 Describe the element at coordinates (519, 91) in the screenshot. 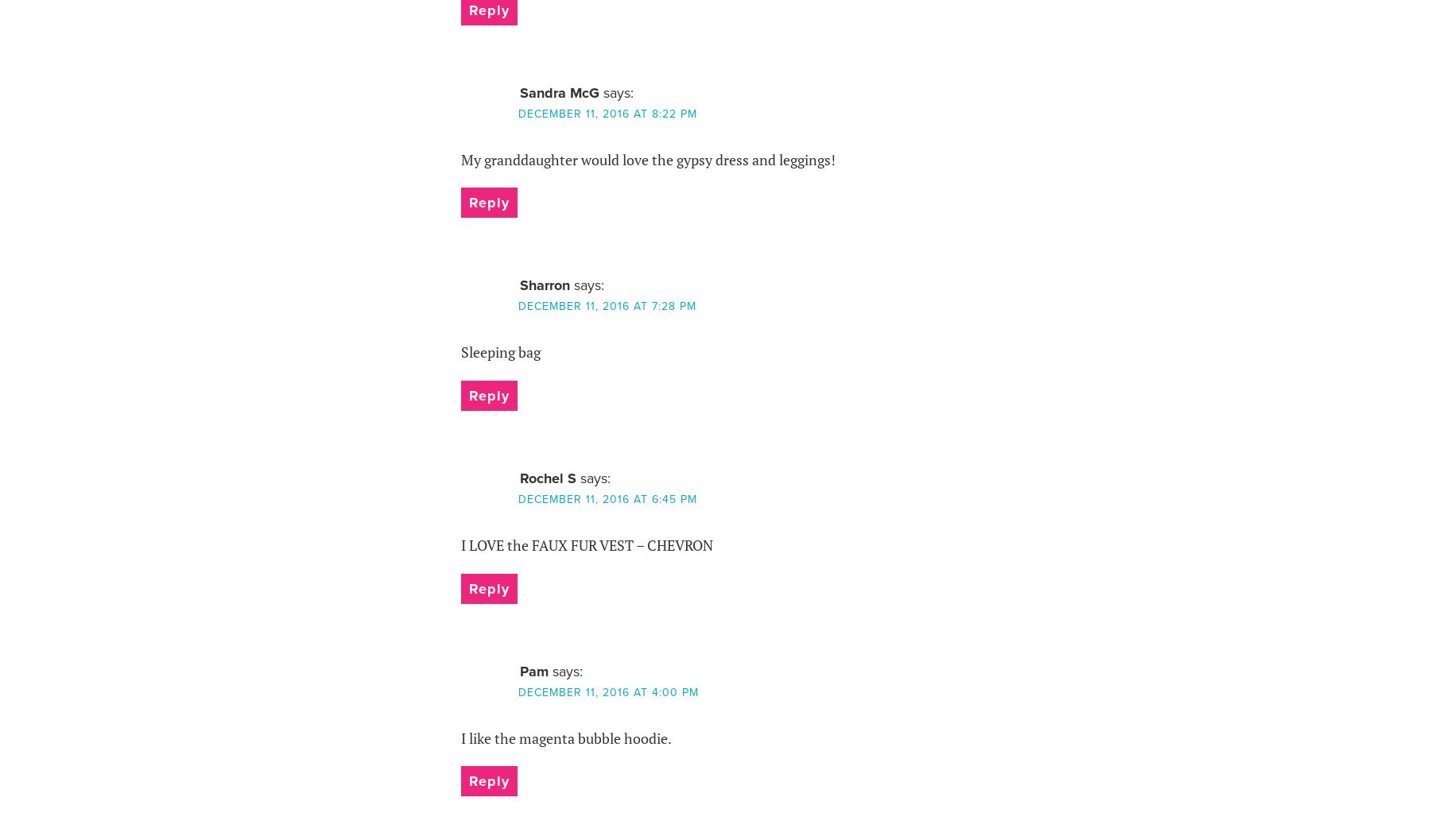

I see `'Sandra McG'` at that location.